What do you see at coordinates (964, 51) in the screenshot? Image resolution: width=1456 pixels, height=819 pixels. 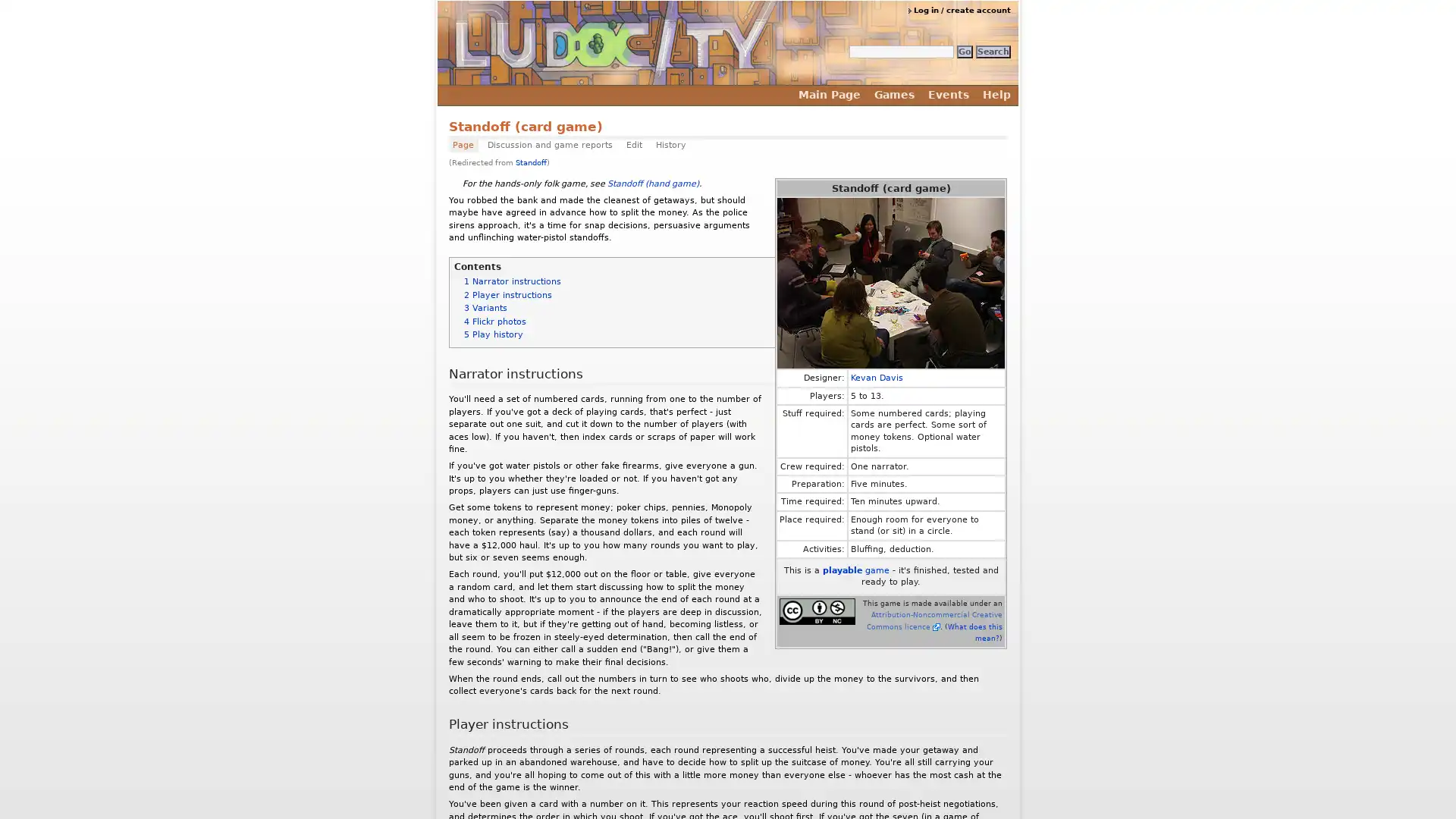 I see `Go` at bounding box center [964, 51].